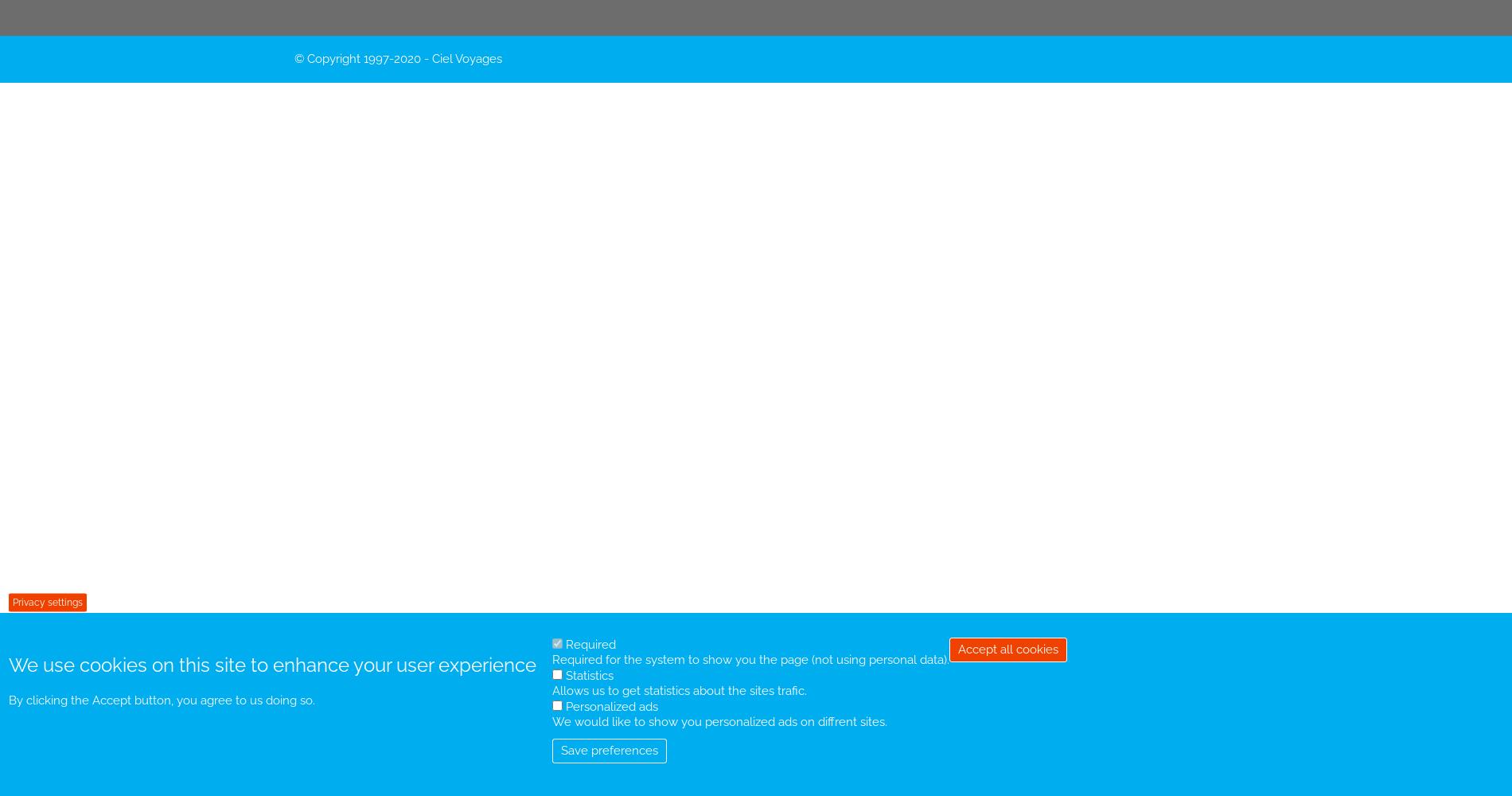 This screenshot has height=796, width=1512. Describe the element at coordinates (1007, 648) in the screenshot. I see `'Accept all cookies'` at that location.